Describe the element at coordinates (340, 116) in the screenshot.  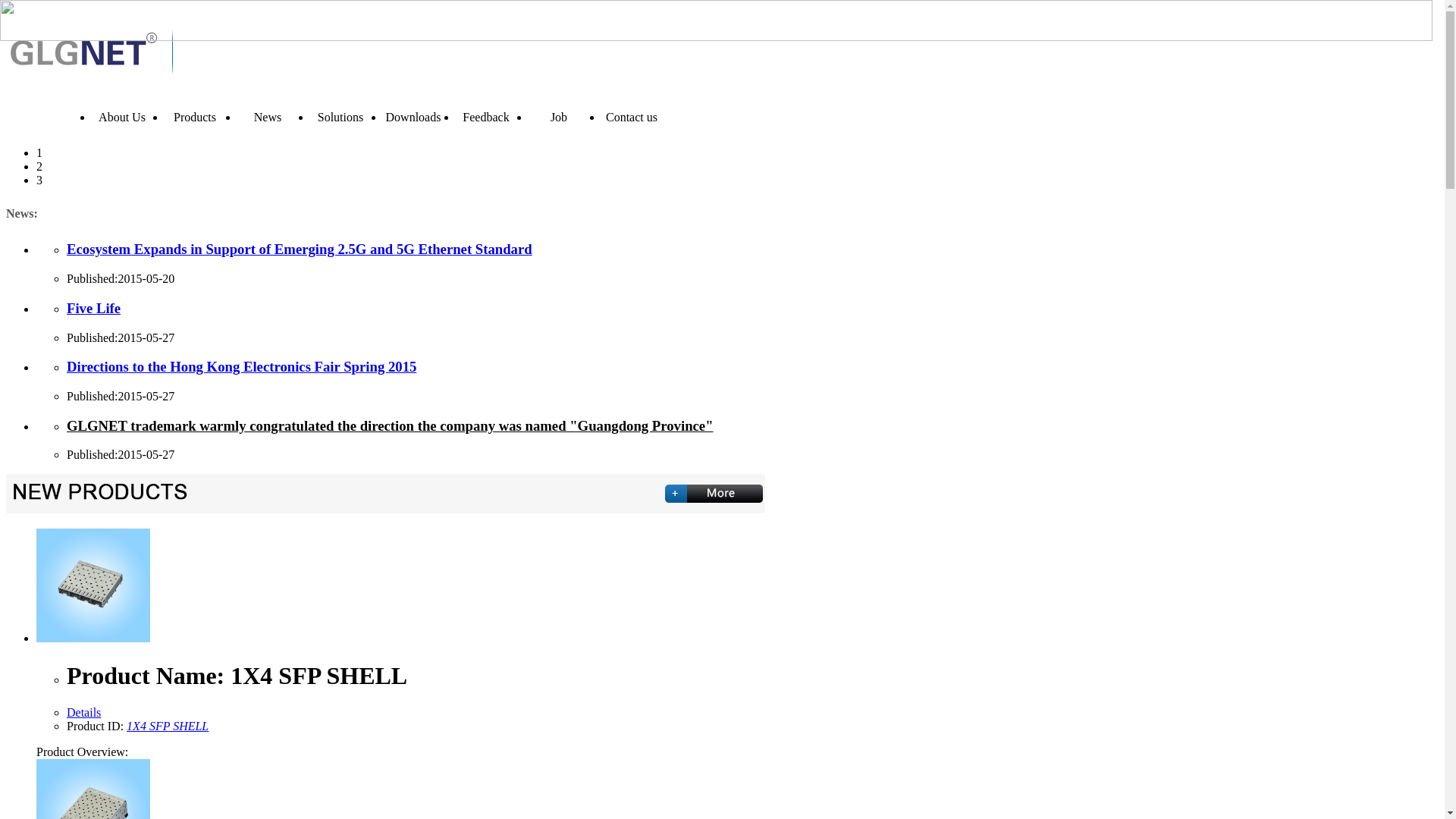
I see `'Solutions'` at that location.